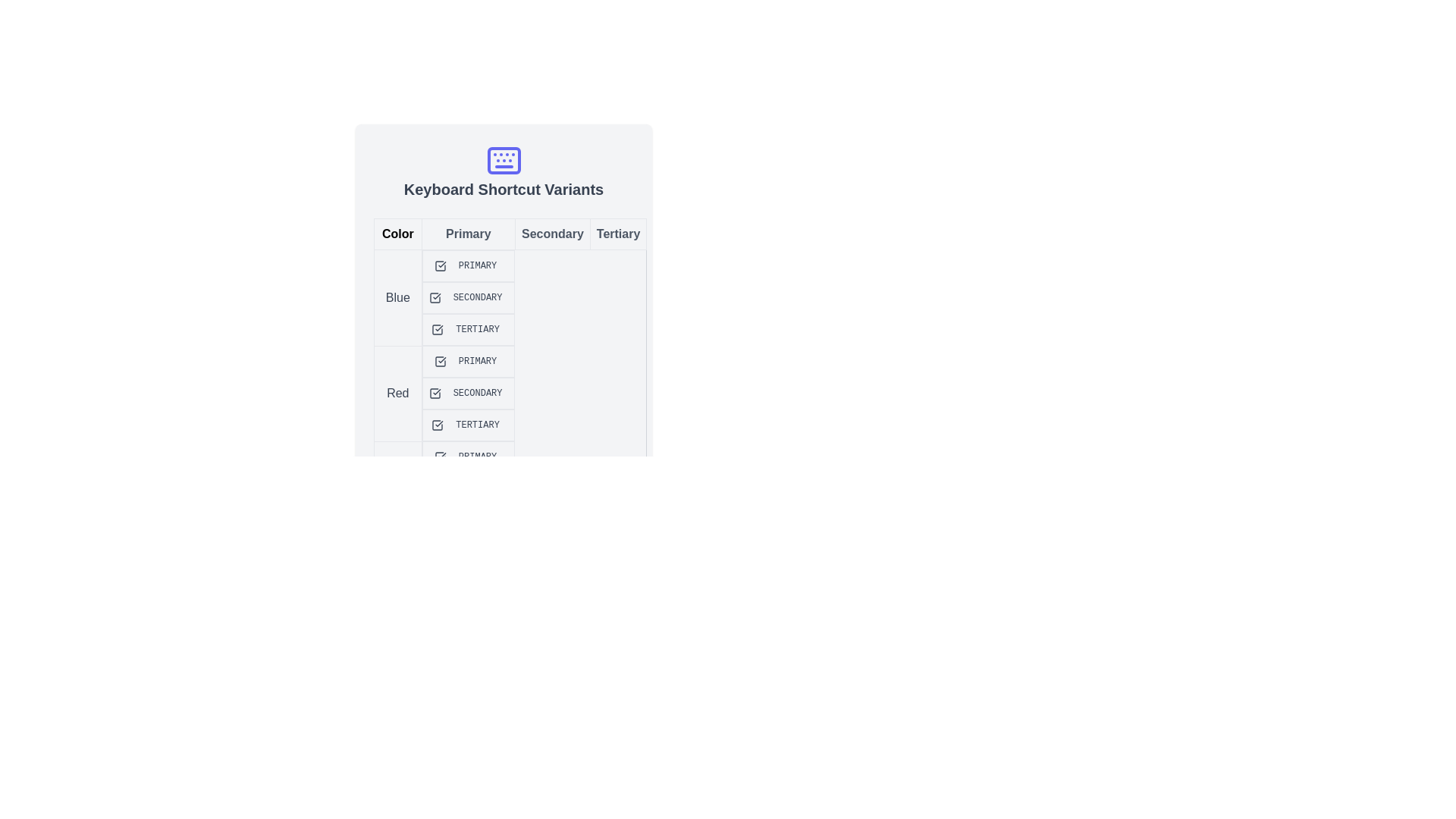 The height and width of the screenshot is (819, 1456). What do you see at coordinates (504, 171) in the screenshot?
I see `the Header with the blue keyboard icon and the text 'Keyboard Shortcut Variants' located at the top-center of the card-like widget` at bounding box center [504, 171].